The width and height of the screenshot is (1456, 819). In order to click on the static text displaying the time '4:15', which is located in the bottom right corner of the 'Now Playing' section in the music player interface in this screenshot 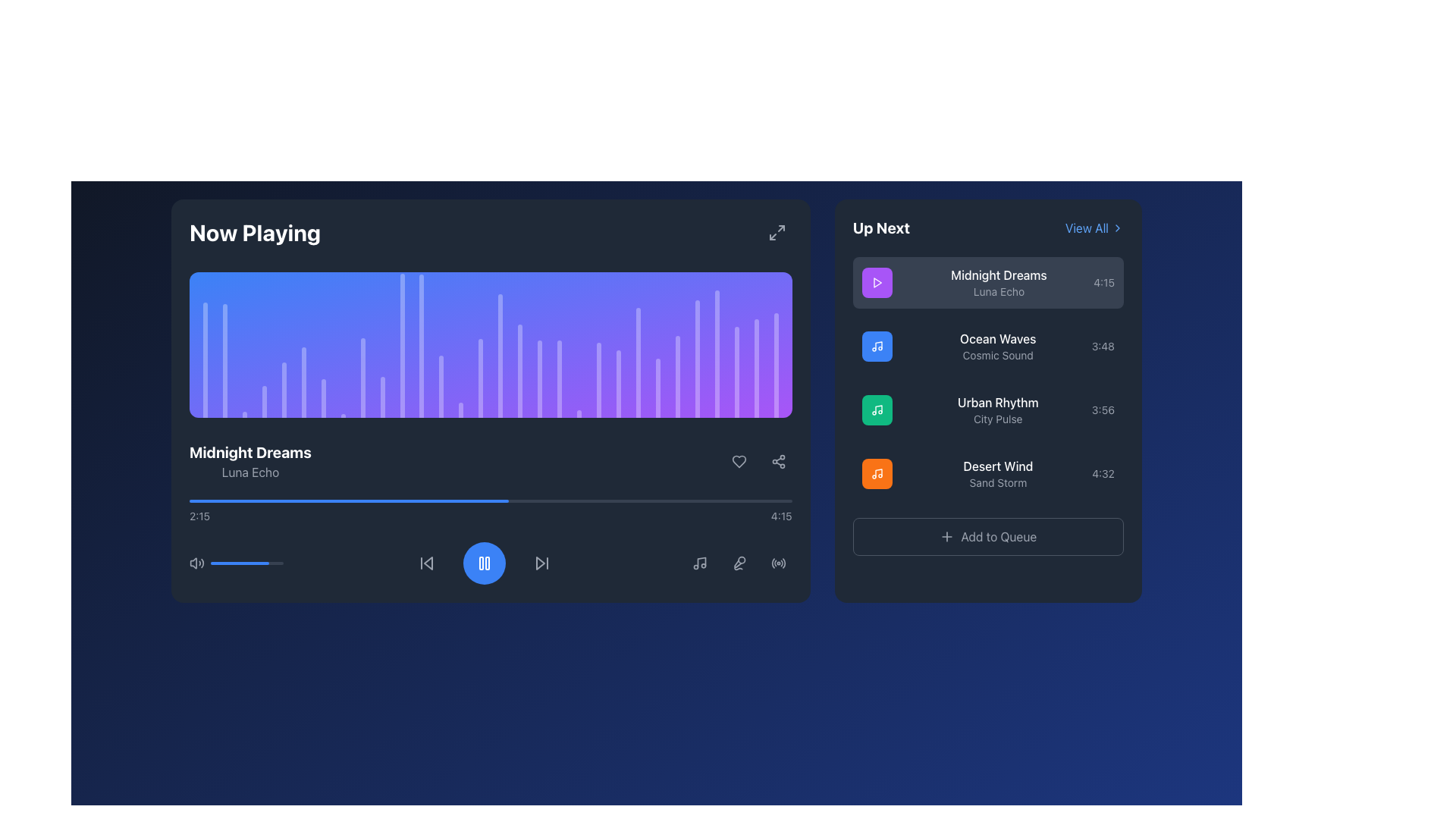, I will do `click(781, 516)`.